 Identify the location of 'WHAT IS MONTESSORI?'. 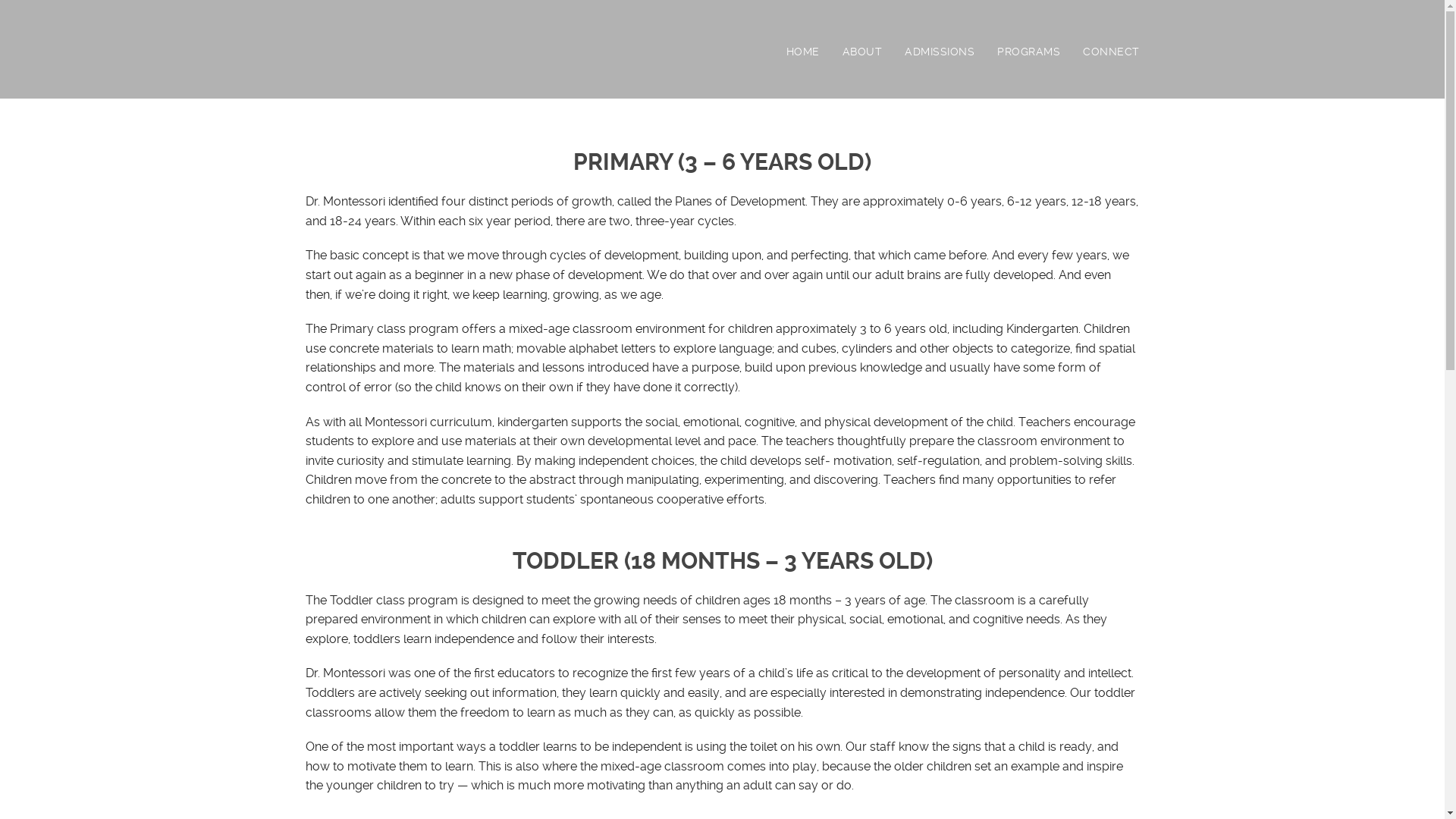
(873, 89).